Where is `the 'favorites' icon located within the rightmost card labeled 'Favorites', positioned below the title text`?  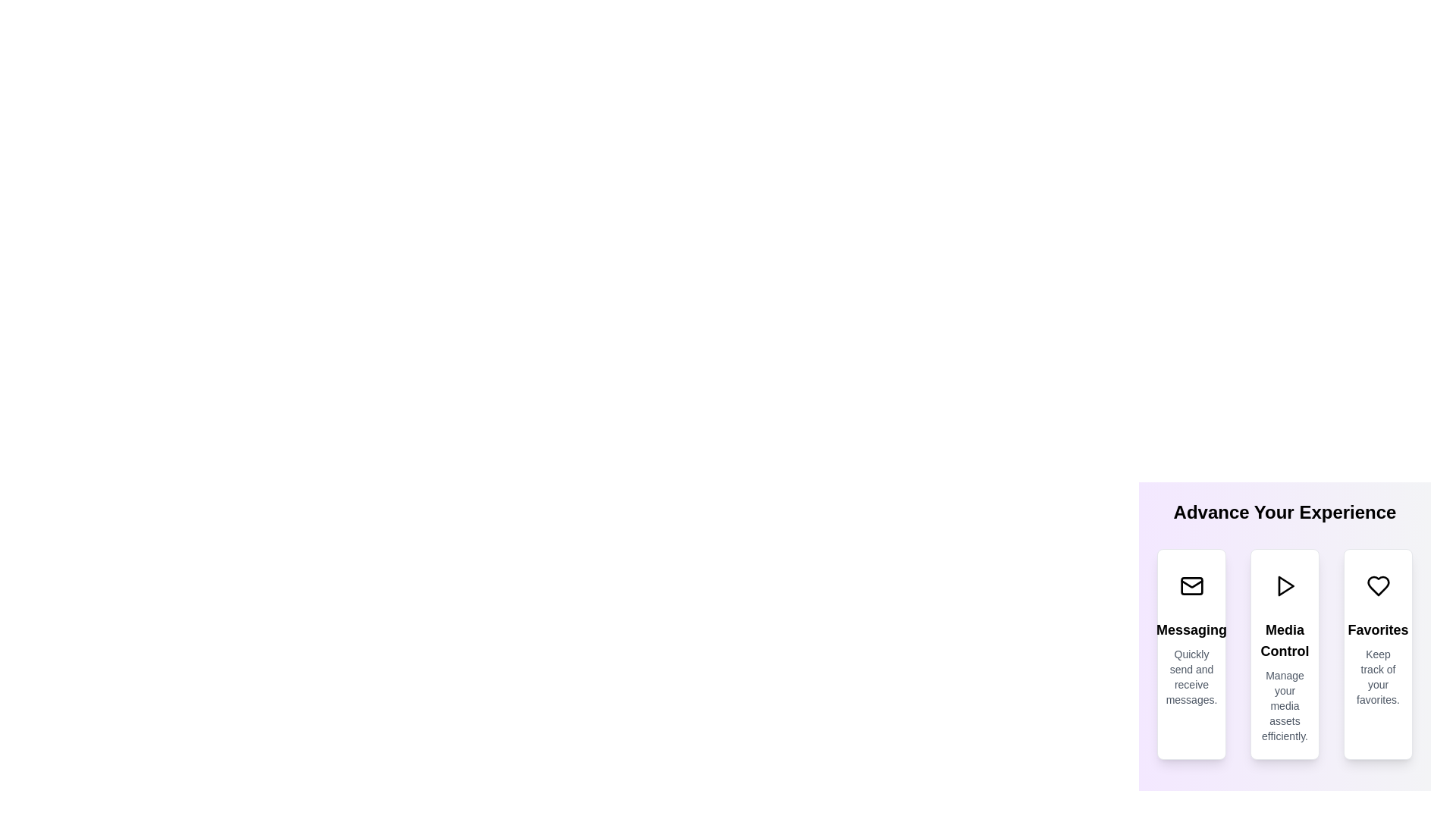 the 'favorites' icon located within the rightmost card labeled 'Favorites', positioned below the title text is located at coordinates (1378, 585).